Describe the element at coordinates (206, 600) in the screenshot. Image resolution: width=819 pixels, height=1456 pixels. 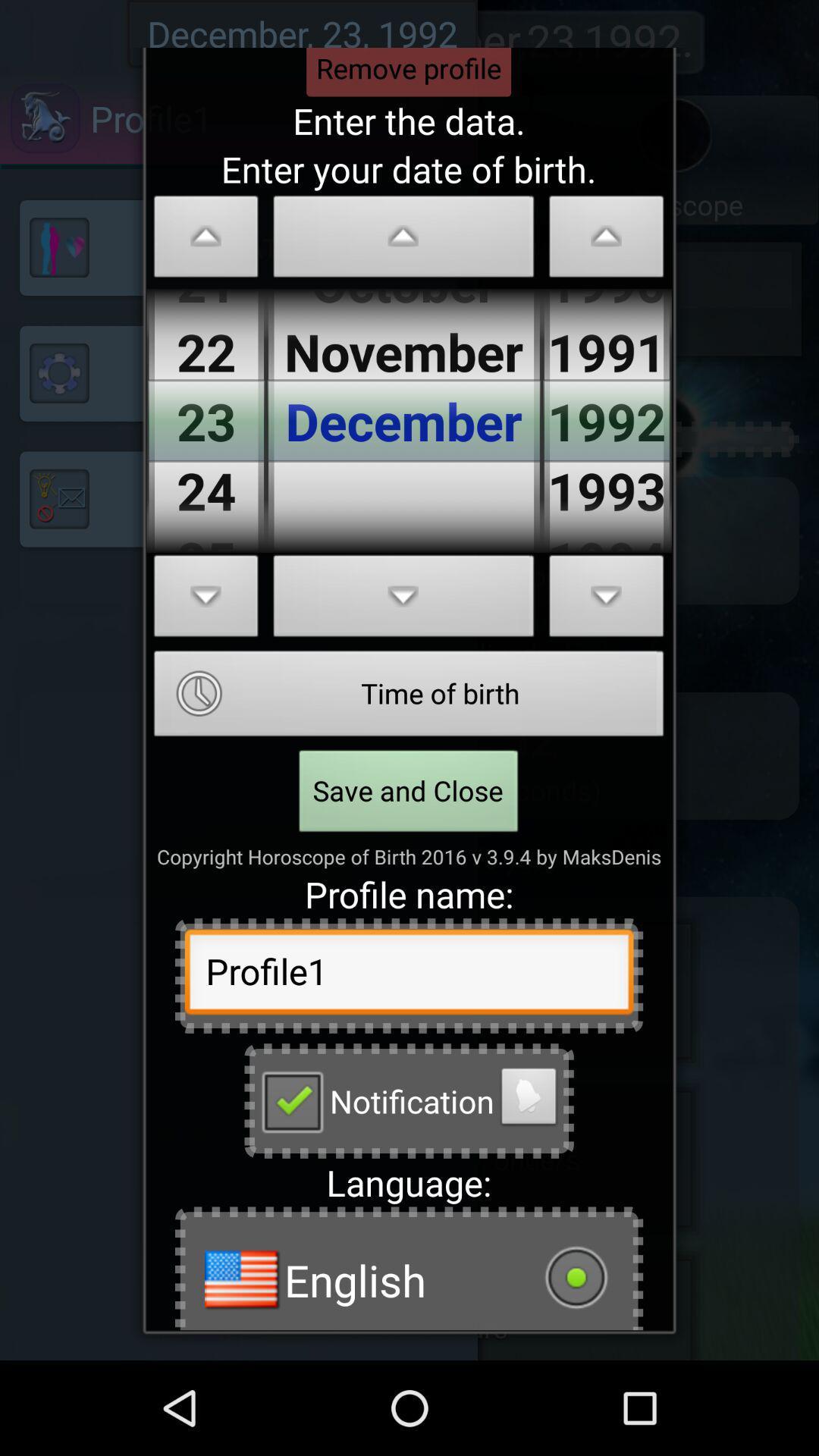
I see `go down` at that location.